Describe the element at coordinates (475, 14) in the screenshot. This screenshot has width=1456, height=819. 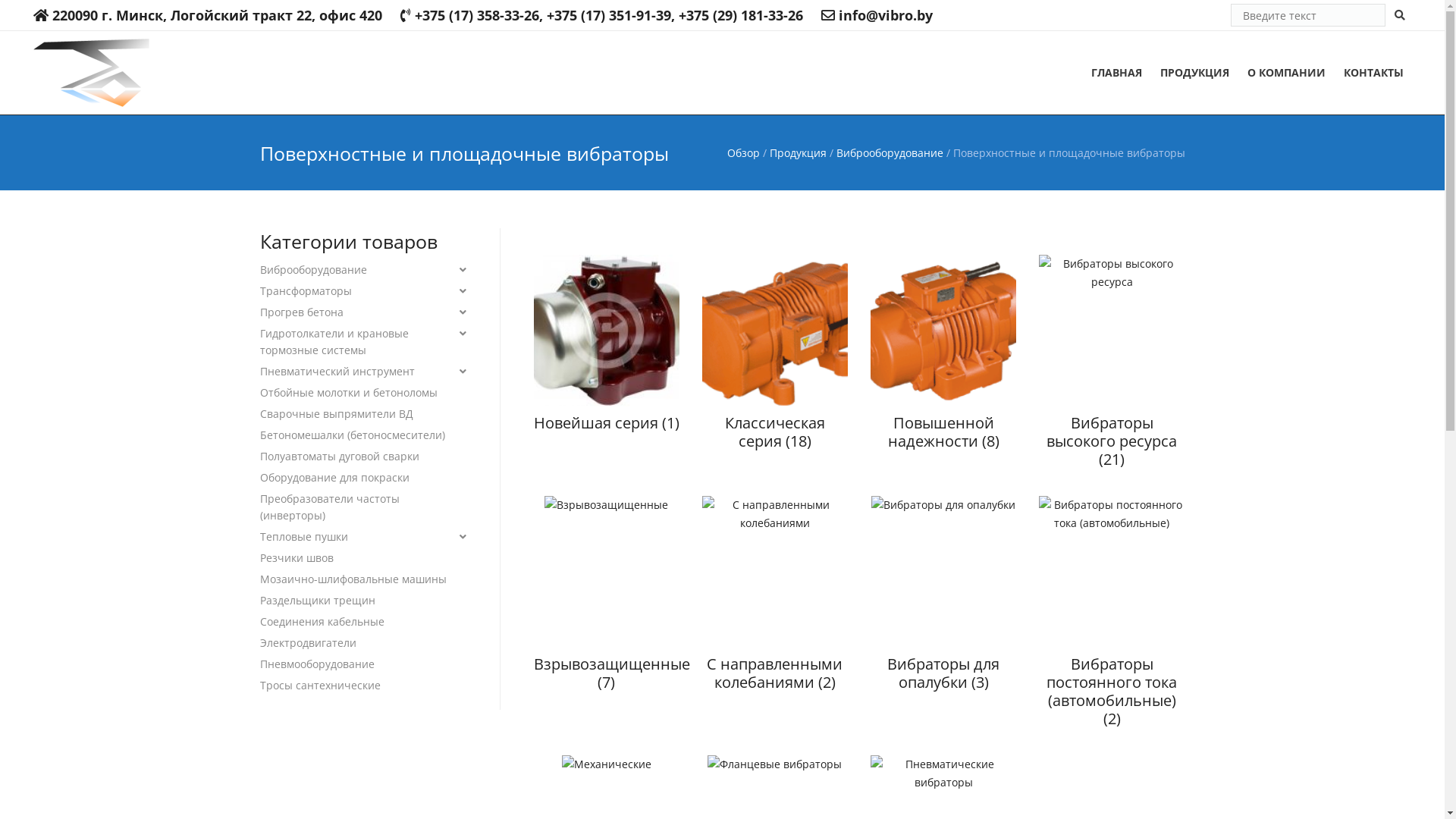
I see `'+375 (17) 358-33-26'` at that location.